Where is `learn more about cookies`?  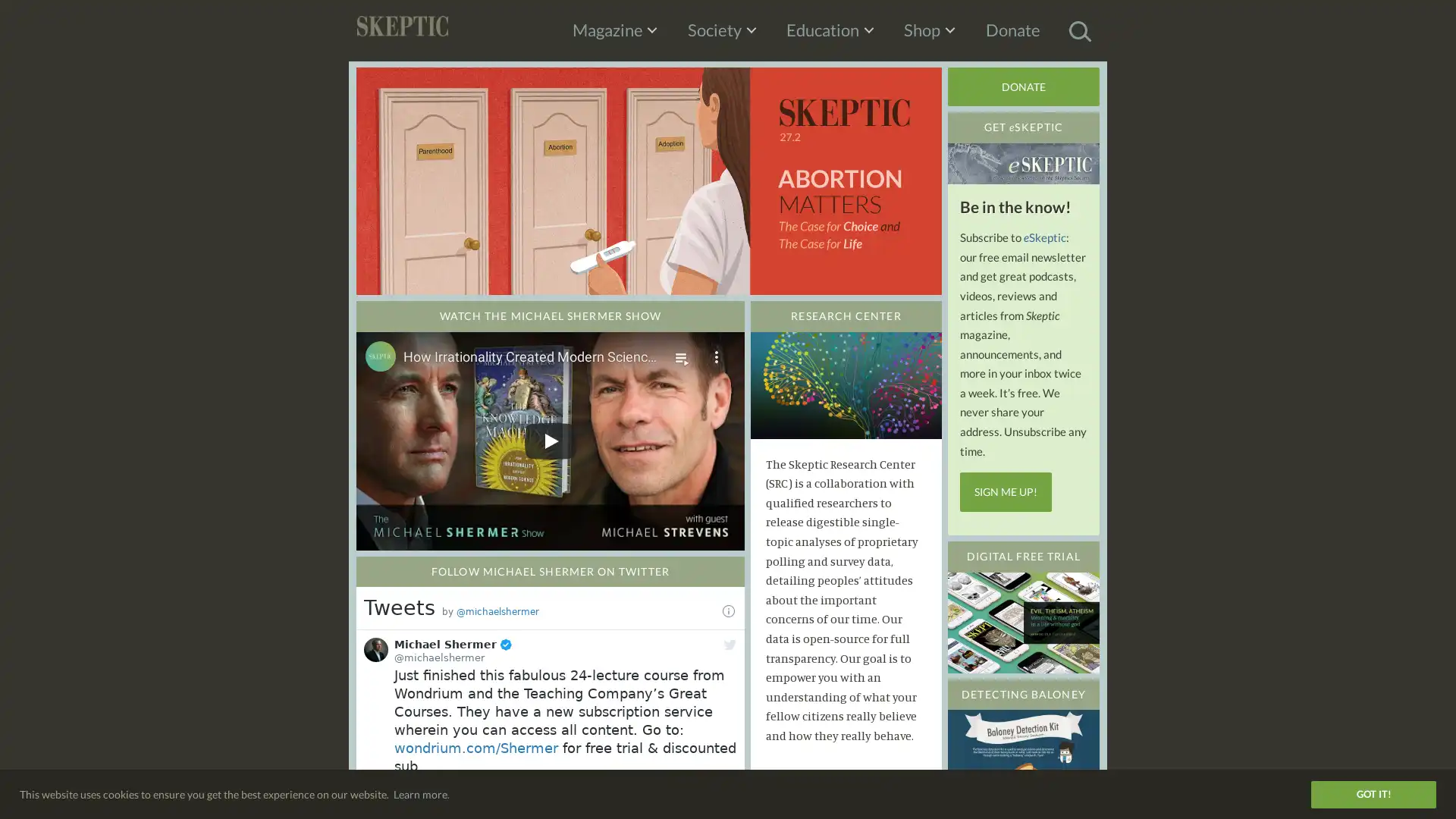
learn more about cookies is located at coordinates (421, 792).